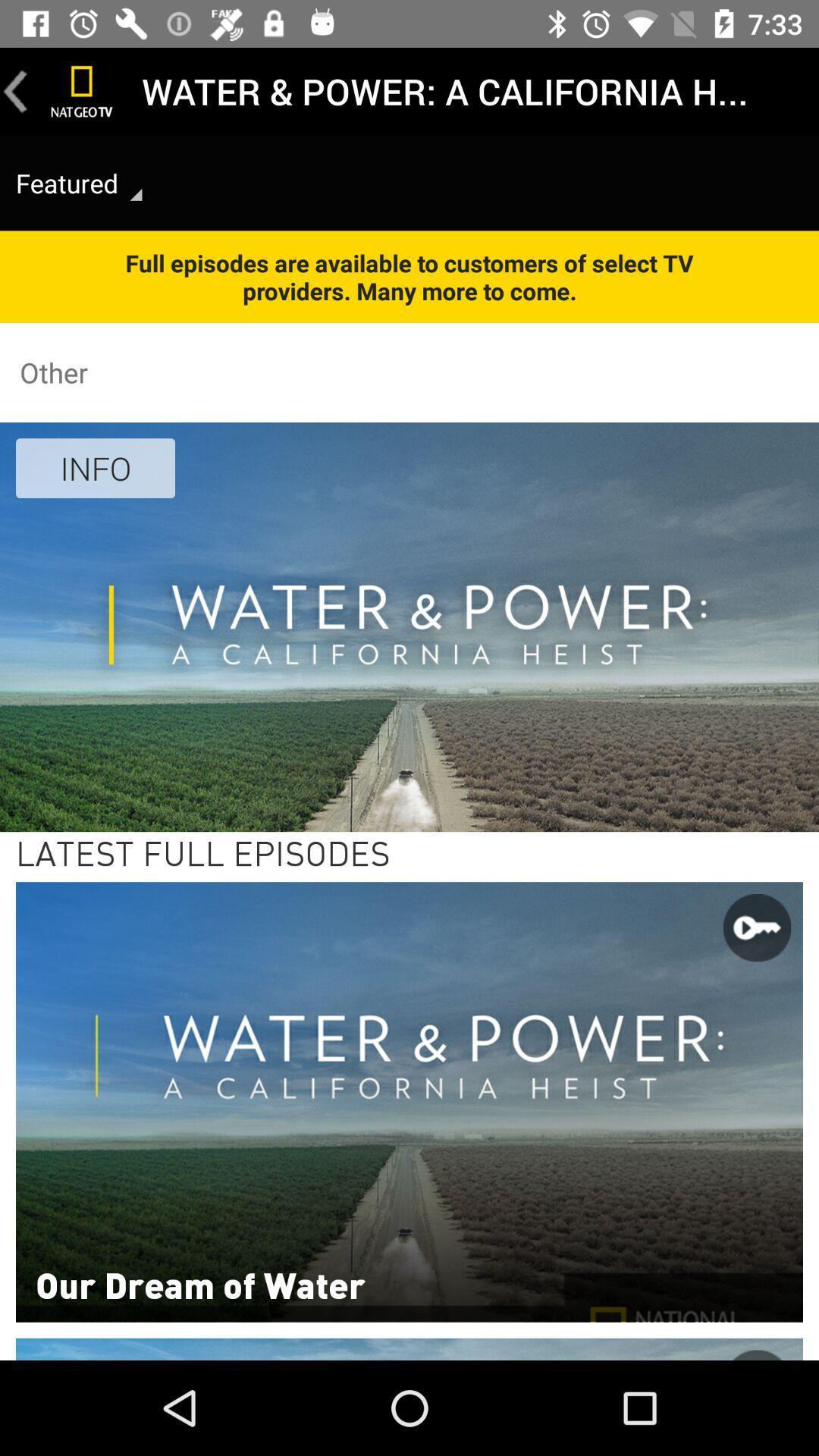 The width and height of the screenshot is (819, 1456). I want to click on the icon above featured, so click(15, 90).